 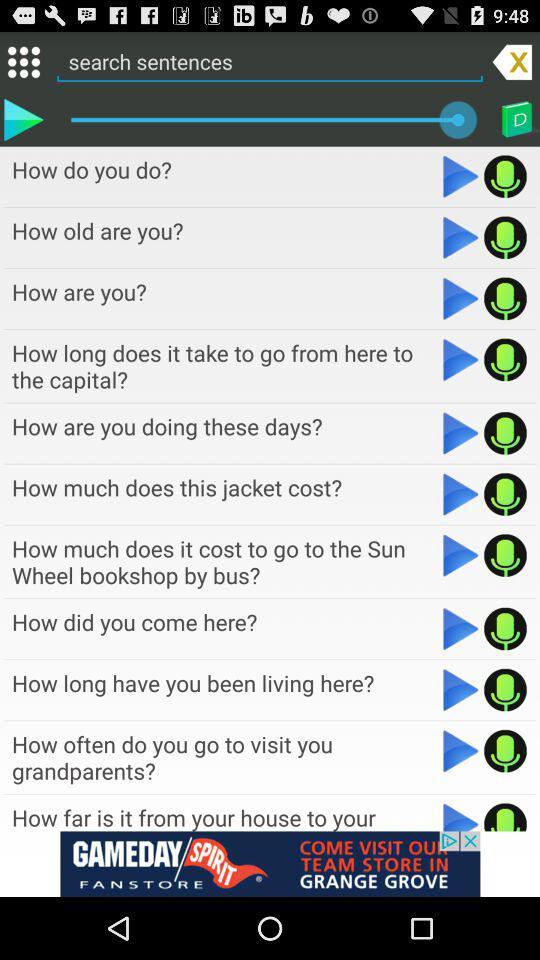 I want to click on search sentences how are you doing these days, so click(x=461, y=433).